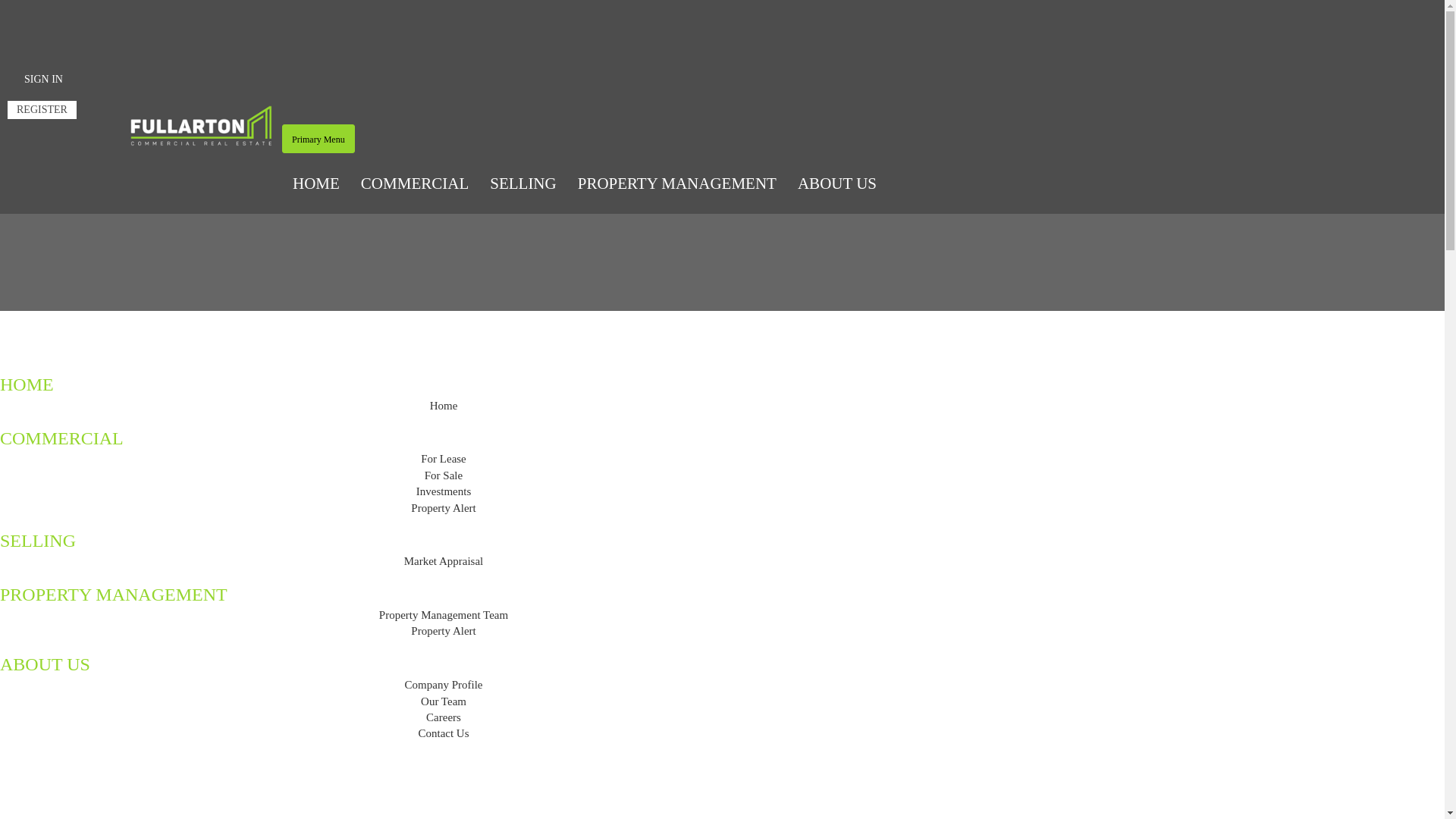  Describe the element at coordinates (7, 109) in the screenshot. I see `'REGISTER'` at that location.